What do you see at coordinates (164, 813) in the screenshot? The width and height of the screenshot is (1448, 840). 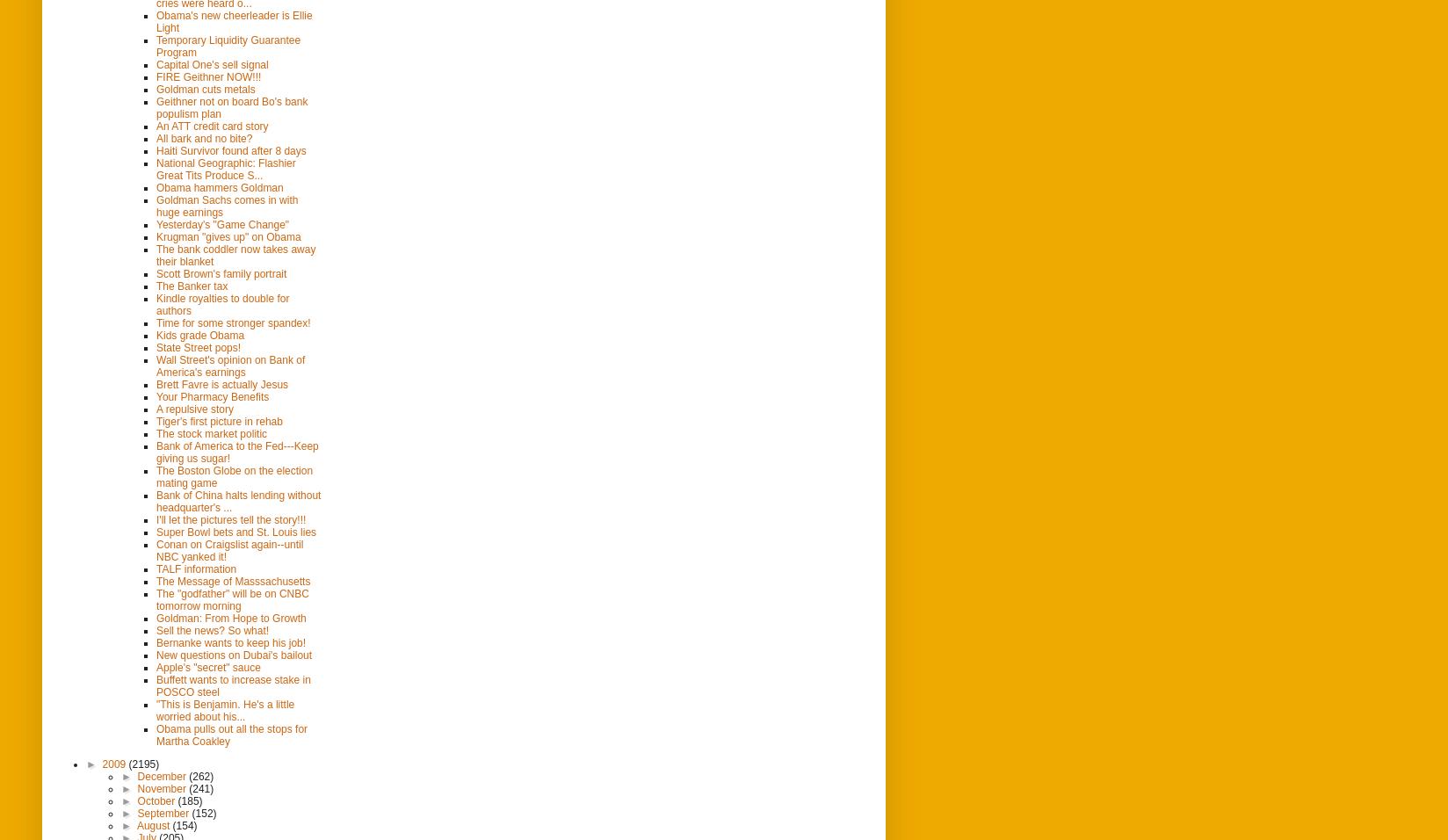 I see `'September'` at bounding box center [164, 813].